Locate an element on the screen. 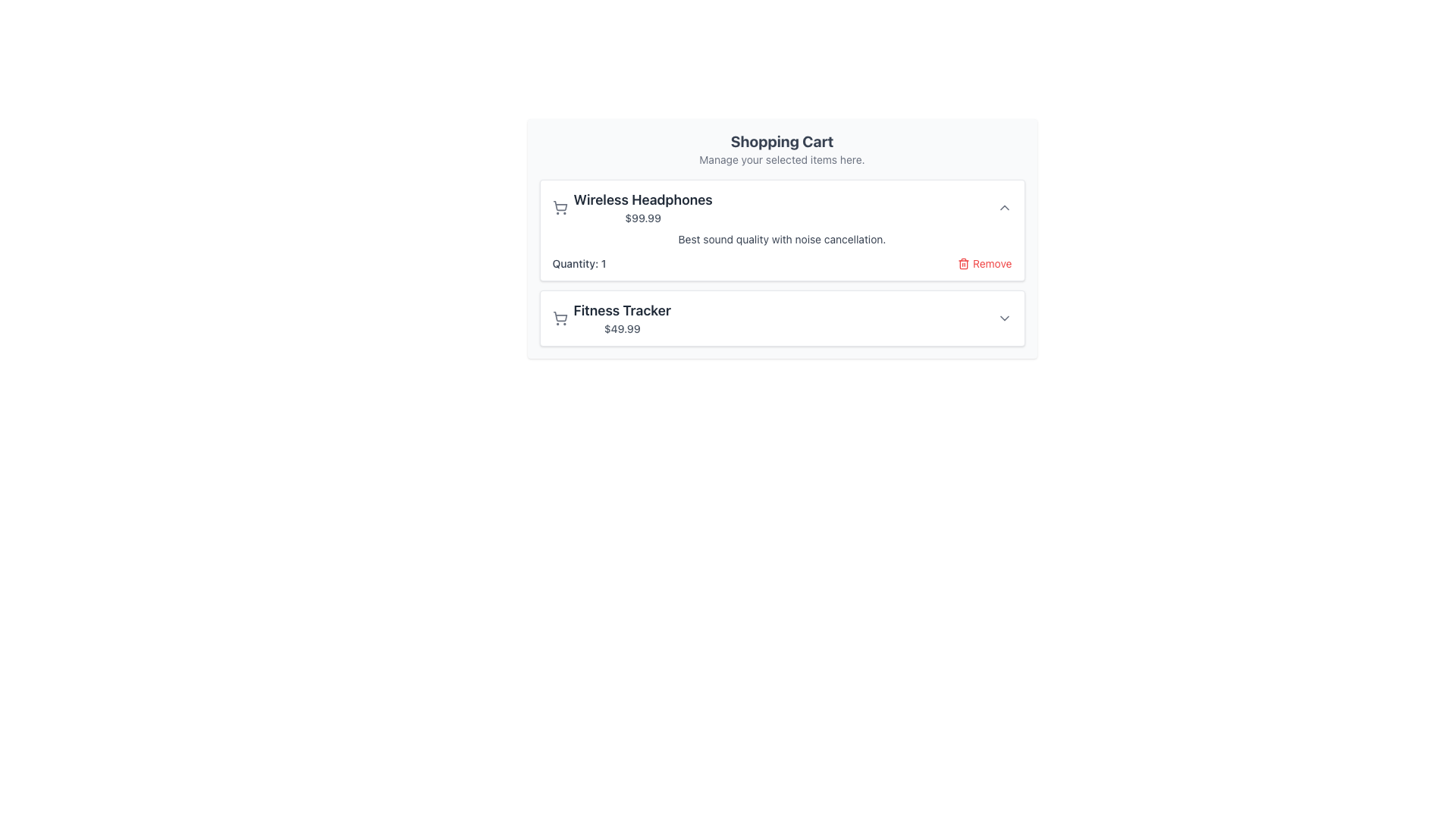  the Text label indicating the quantity of 'Wireless Headphones' in the shopping cart, located below the title and to the left of the 'Remove' button is located at coordinates (578, 262).